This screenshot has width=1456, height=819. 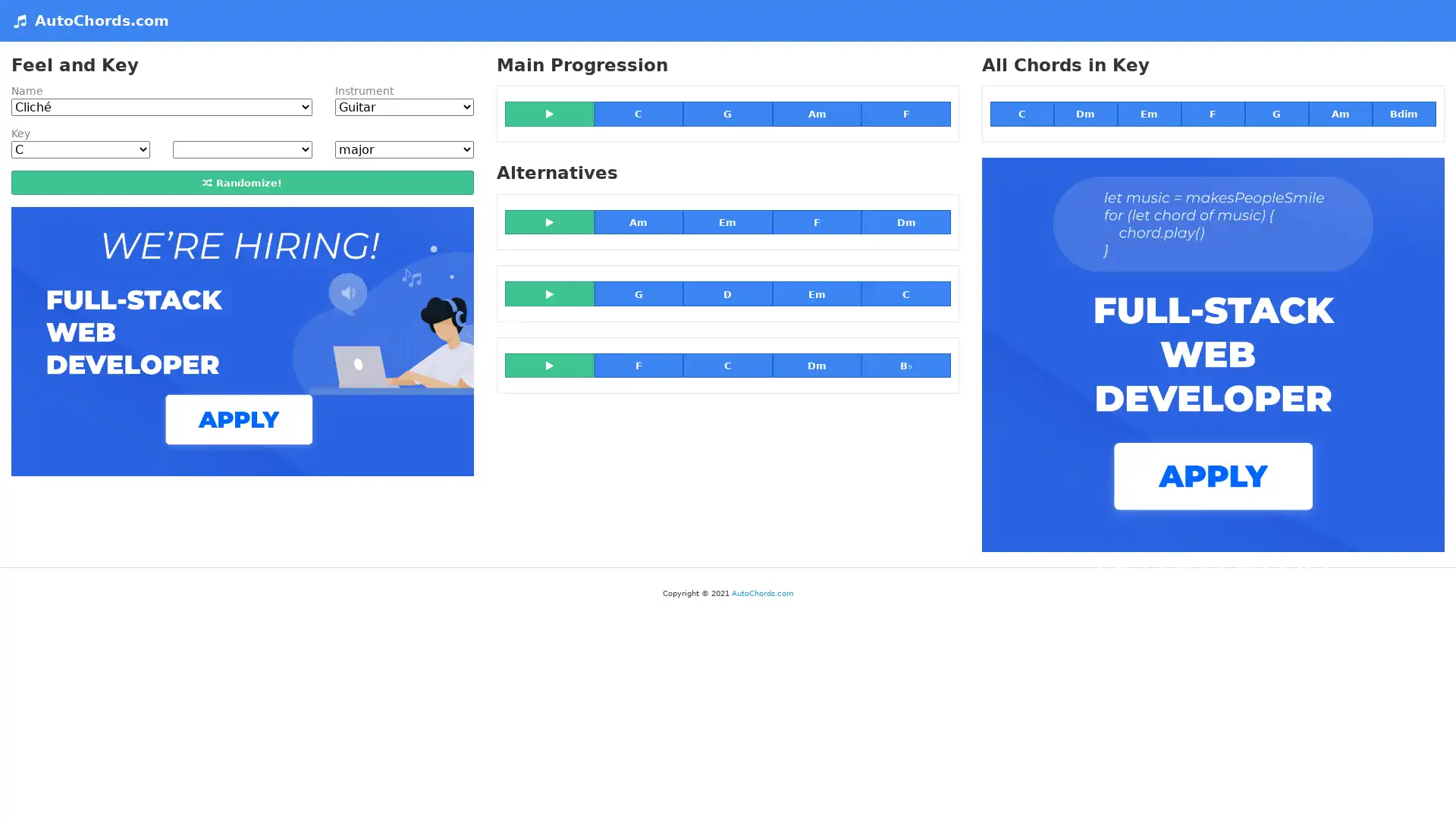 What do you see at coordinates (241, 180) in the screenshot?
I see `Randomize!` at bounding box center [241, 180].